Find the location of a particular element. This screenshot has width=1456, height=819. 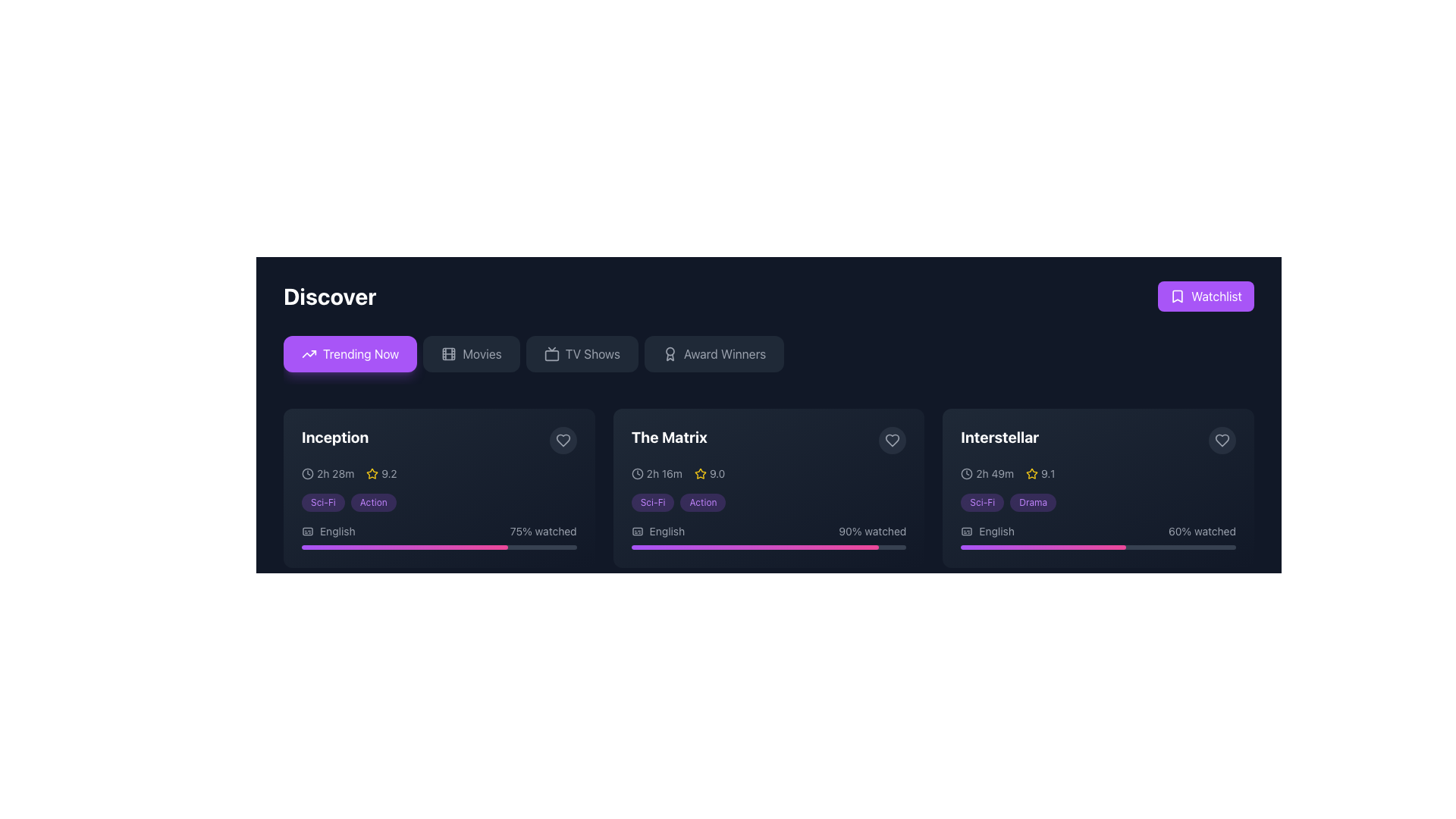

the static text label indicating subtitle language for the 'Inception' movie card, located in the lower-left portion of the card, beneath the genre tags and to the left of the progress indicator bar is located at coordinates (337, 531).